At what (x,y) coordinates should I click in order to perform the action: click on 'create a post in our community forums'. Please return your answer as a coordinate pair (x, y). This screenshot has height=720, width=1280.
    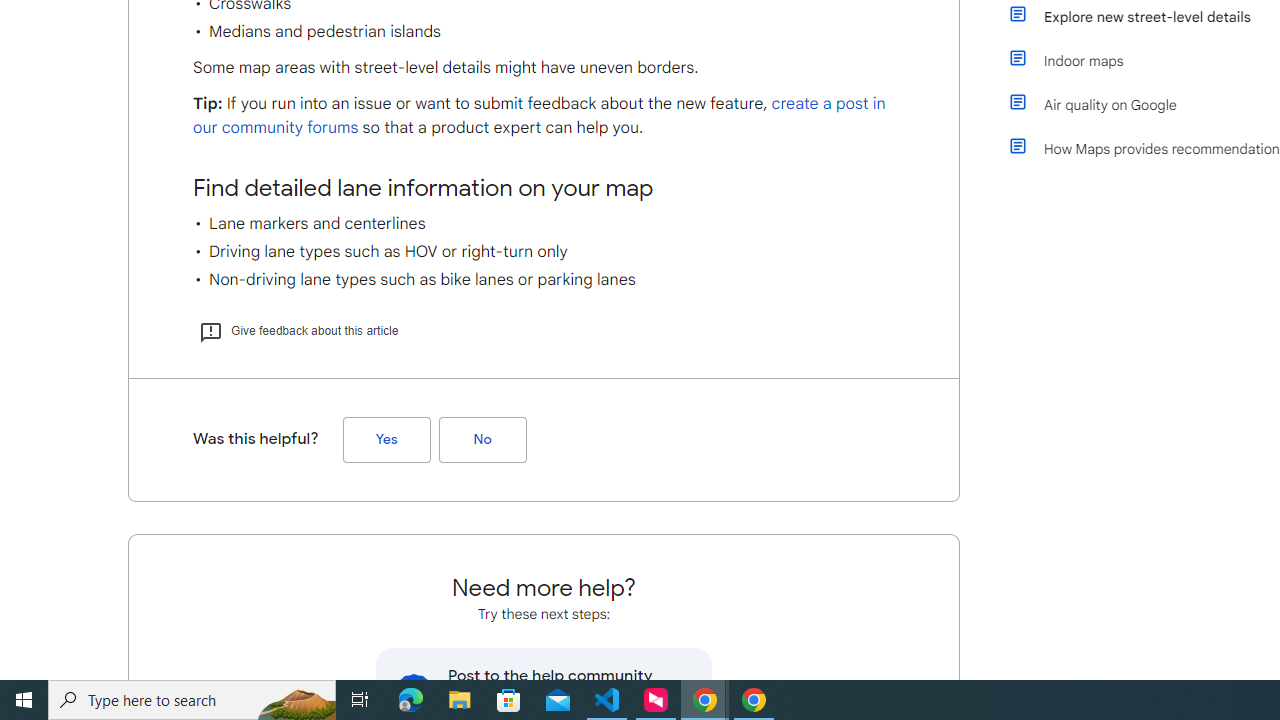
    Looking at the image, I should click on (539, 116).